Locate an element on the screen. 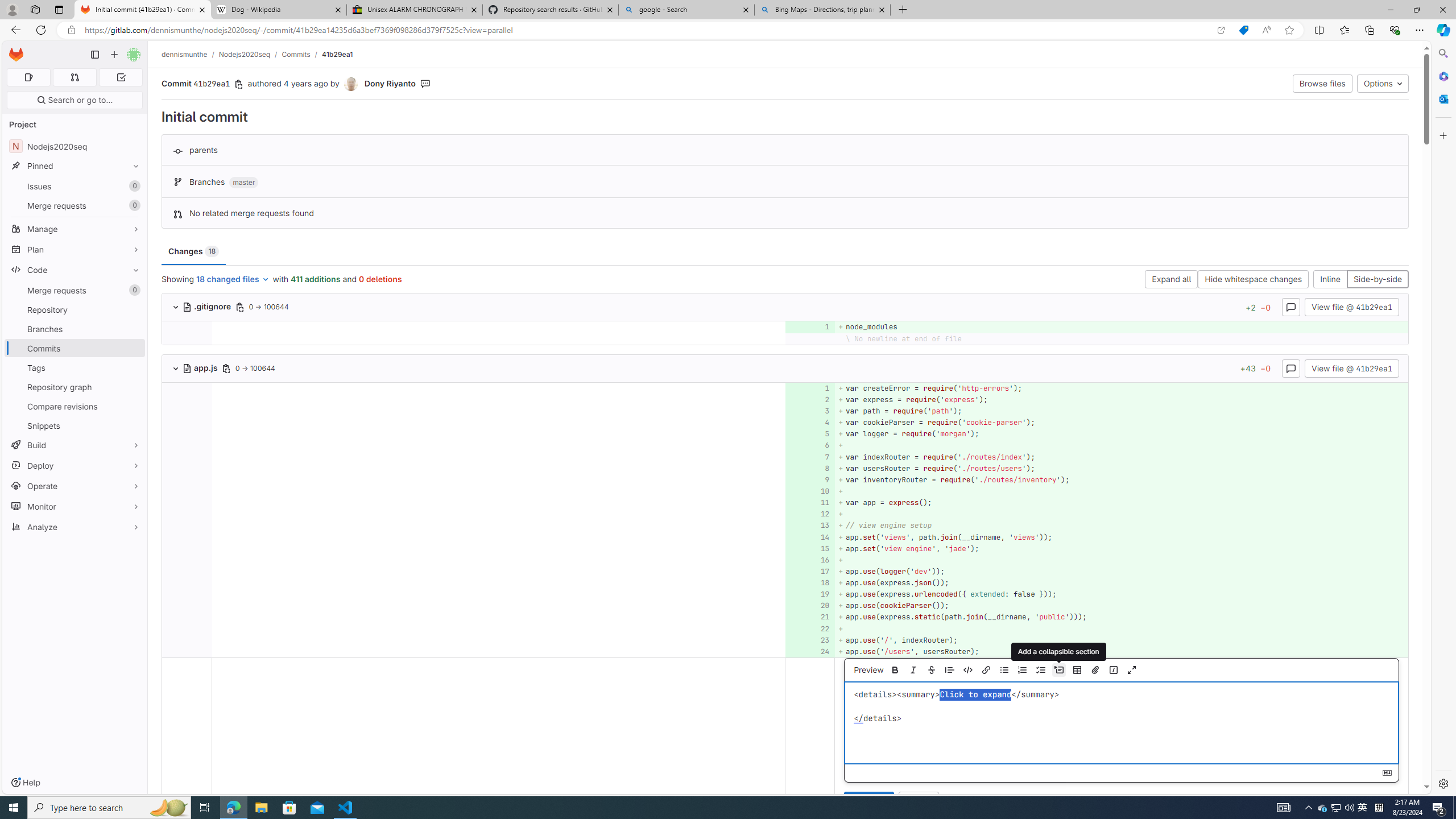  'Compare revisions' is located at coordinates (74, 406).